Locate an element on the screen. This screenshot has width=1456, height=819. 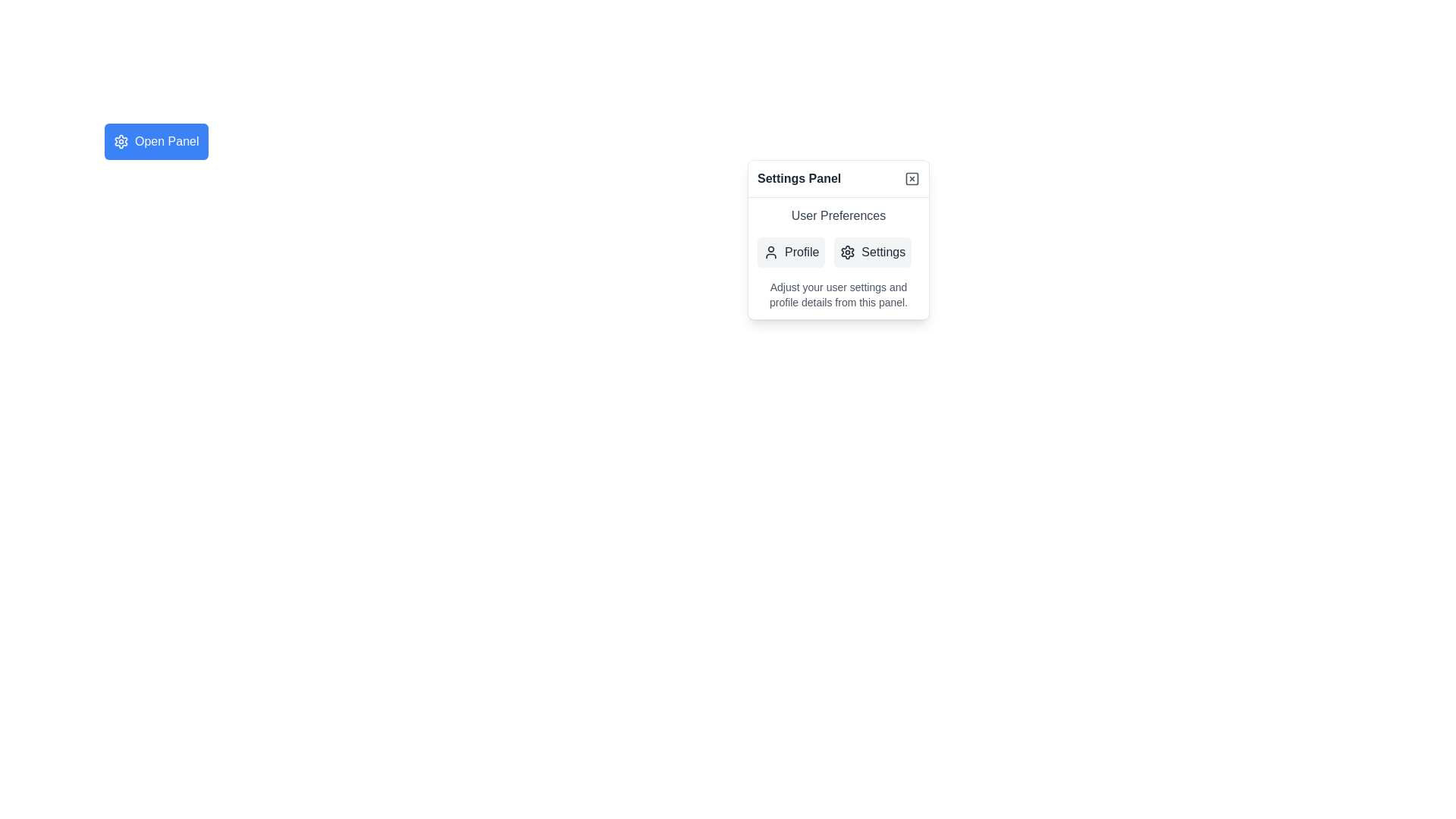
the user icon, which is the leftmost element in the 'Profile' button within the Settings Panel is located at coordinates (771, 251).